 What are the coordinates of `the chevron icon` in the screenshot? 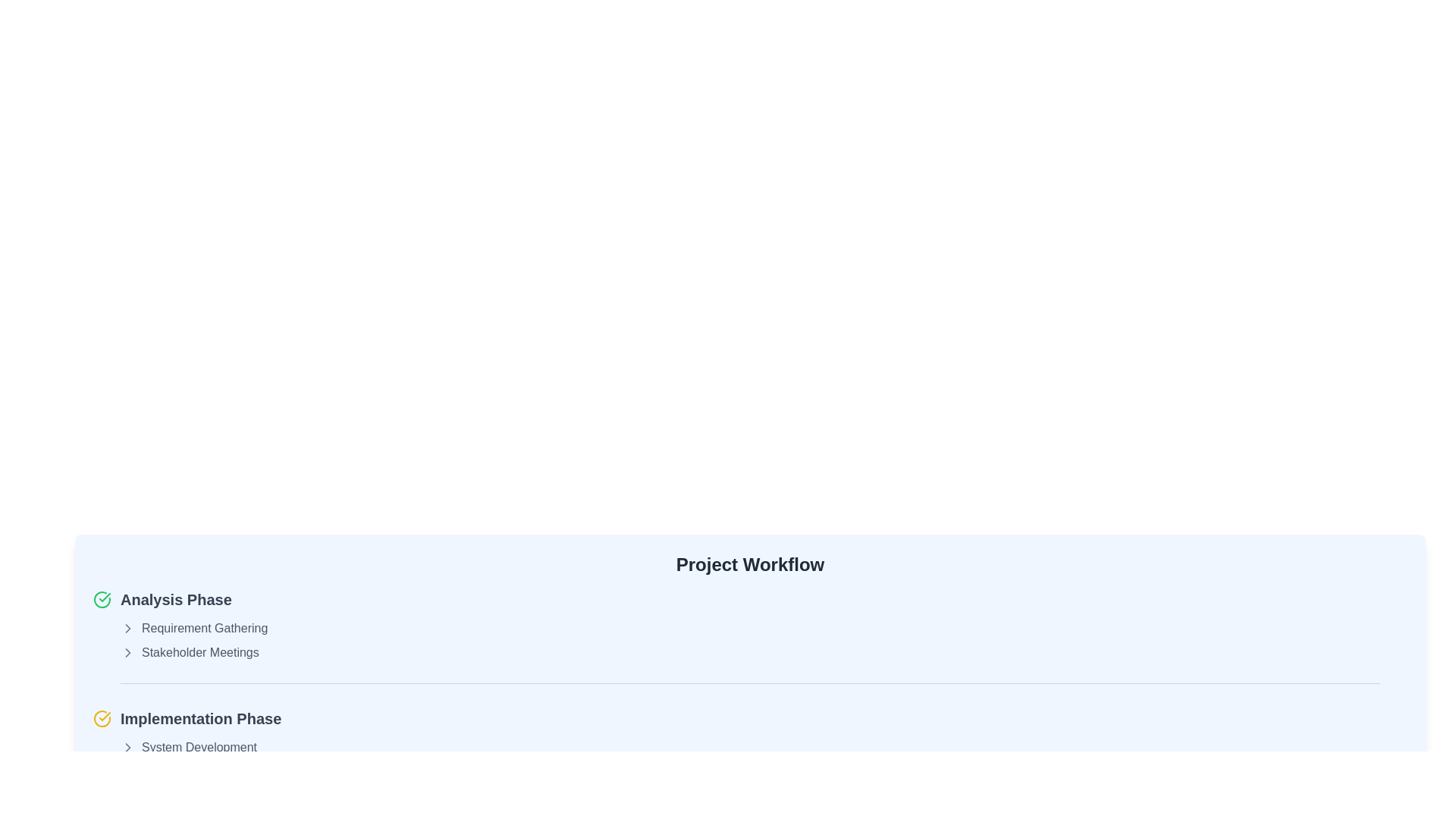 It's located at (127, 747).